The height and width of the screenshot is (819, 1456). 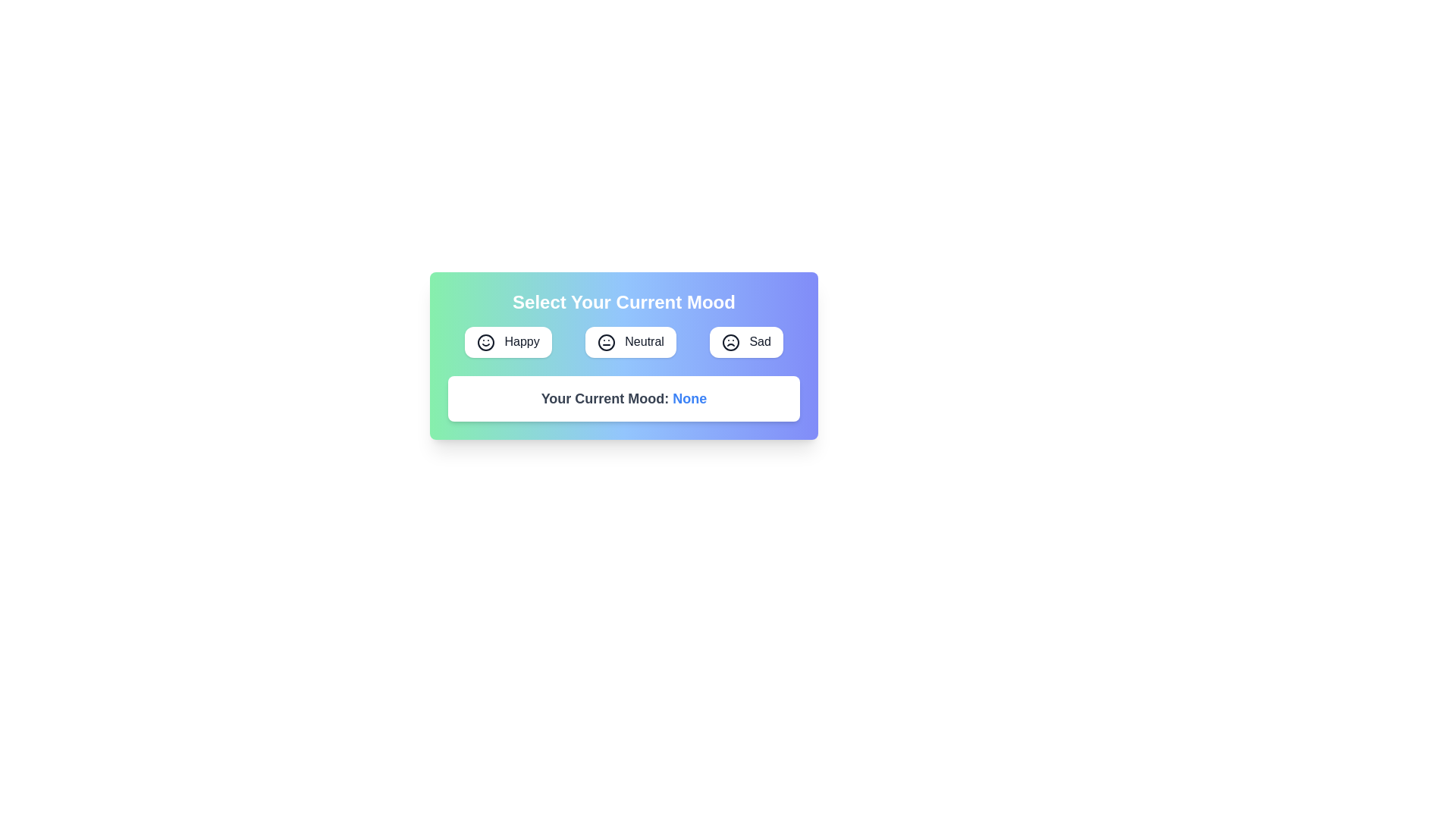 I want to click on the static text label displaying the user's current mood, which is part of the text block 'Your Current Mood: None', so click(x=689, y=397).